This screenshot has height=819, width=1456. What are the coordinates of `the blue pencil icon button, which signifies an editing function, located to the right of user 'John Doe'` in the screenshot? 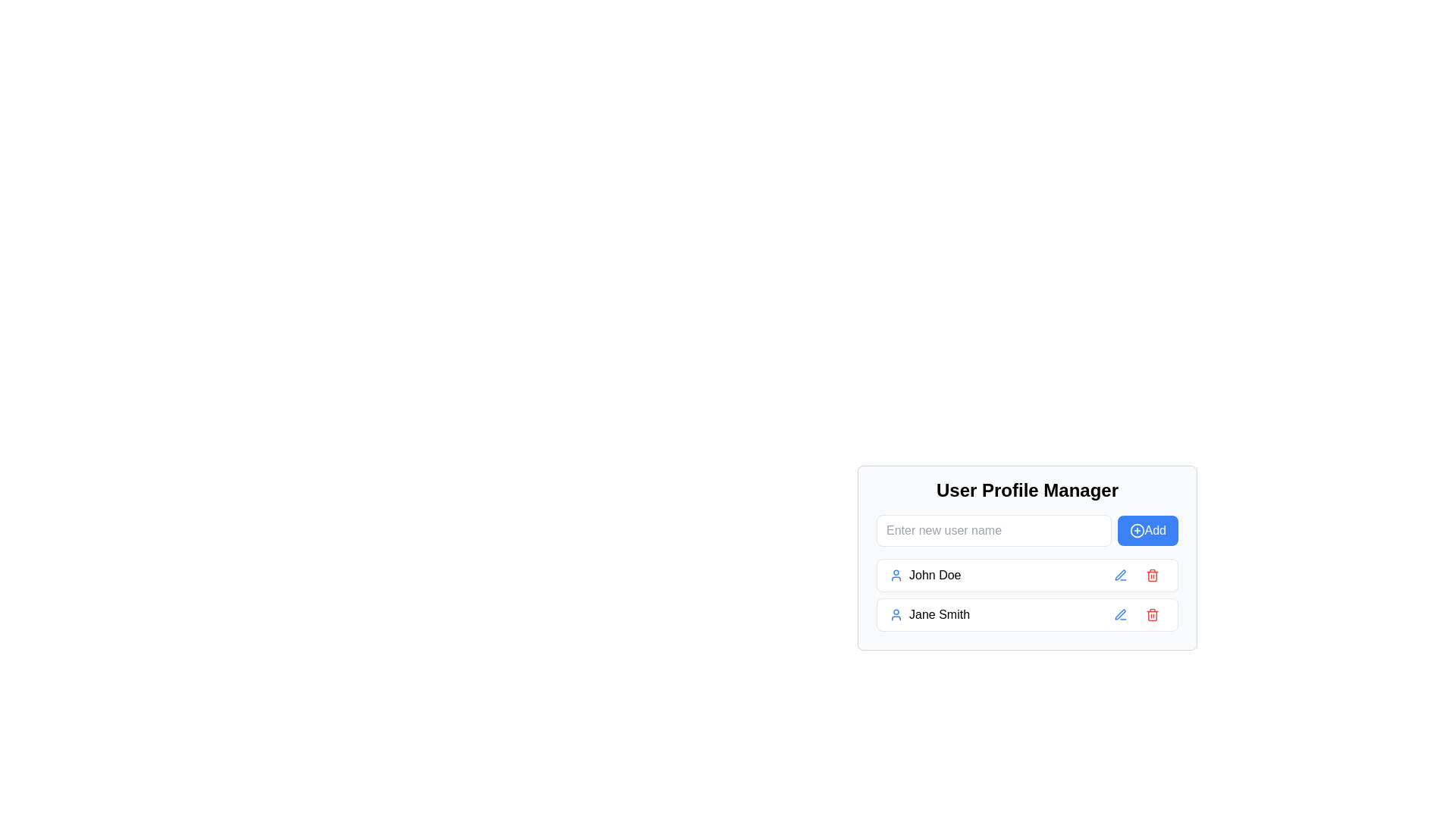 It's located at (1121, 576).